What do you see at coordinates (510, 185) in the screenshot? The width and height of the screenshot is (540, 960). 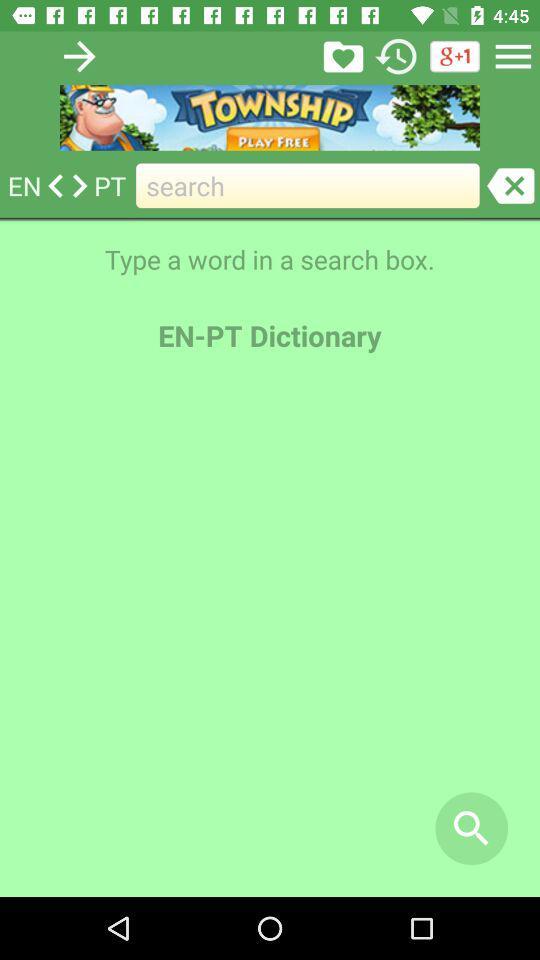 I see `clears the text box for the search field` at bounding box center [510, 185].